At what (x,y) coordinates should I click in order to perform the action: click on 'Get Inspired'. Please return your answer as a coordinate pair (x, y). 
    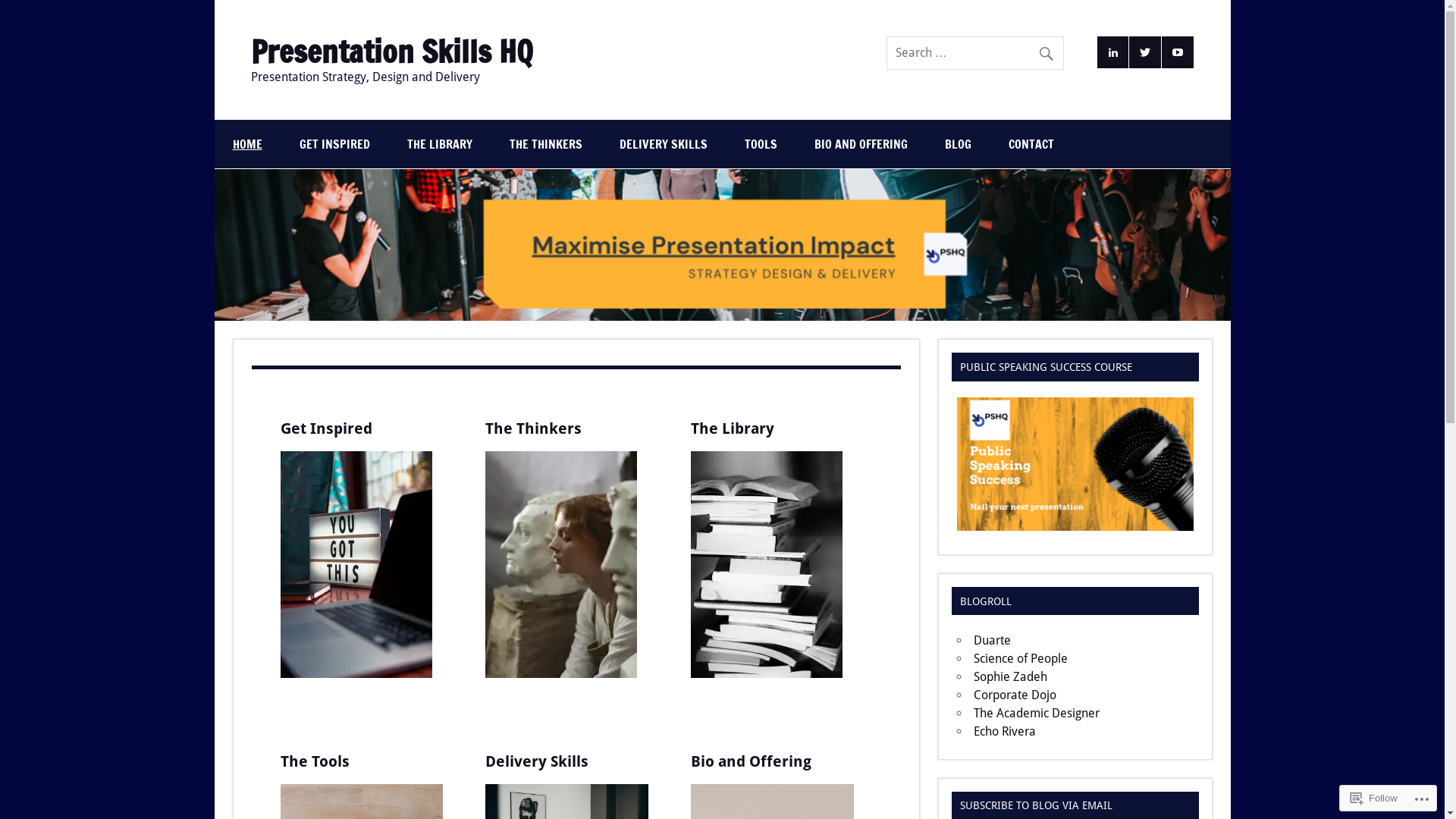
    Looking at the image, I should click on (325, 428).